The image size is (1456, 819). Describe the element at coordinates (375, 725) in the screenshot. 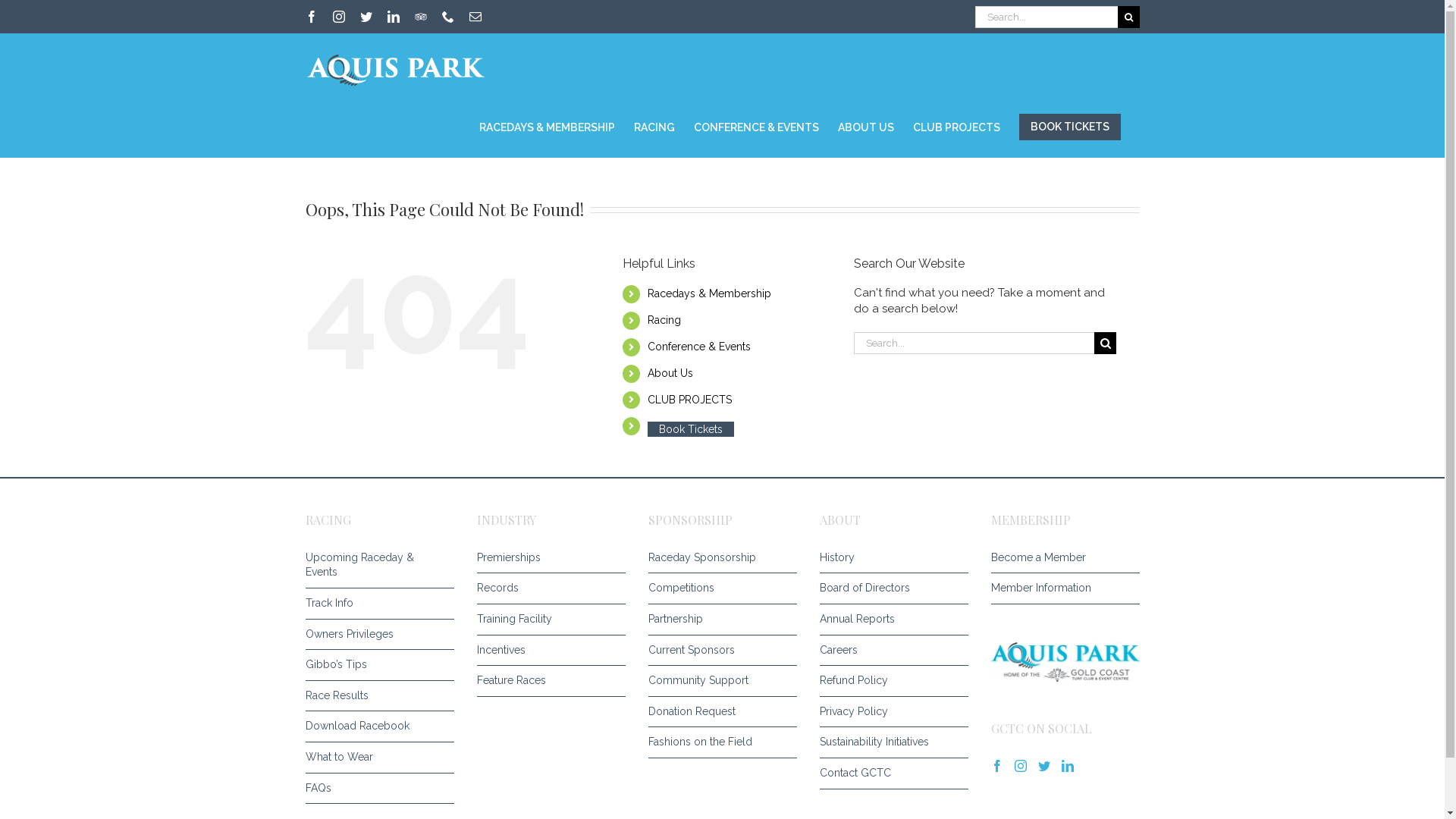

I see `'Download Racebook'` at that location.